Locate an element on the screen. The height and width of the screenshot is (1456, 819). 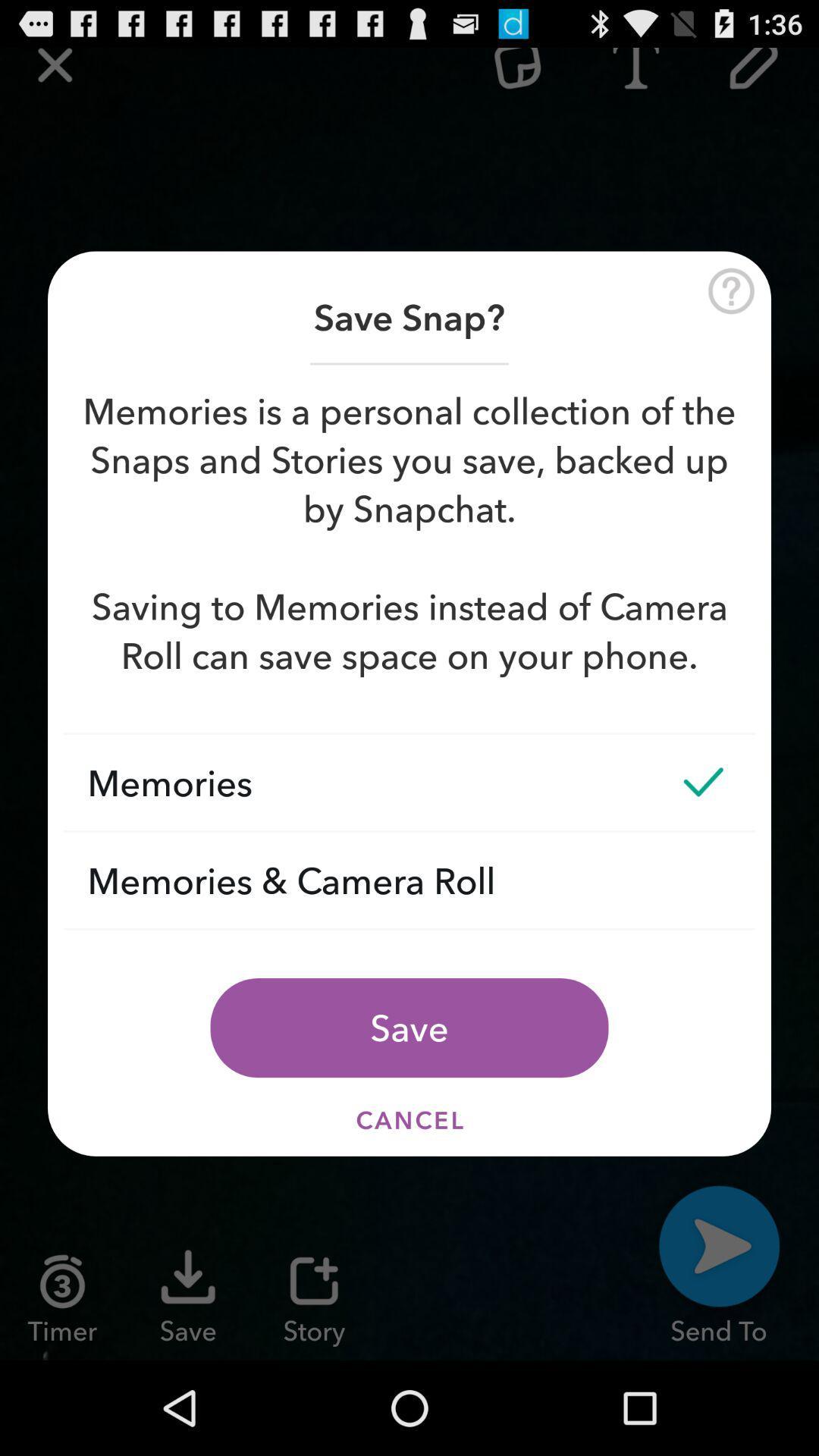
the cancel item is located at coordinates (409, 1120).